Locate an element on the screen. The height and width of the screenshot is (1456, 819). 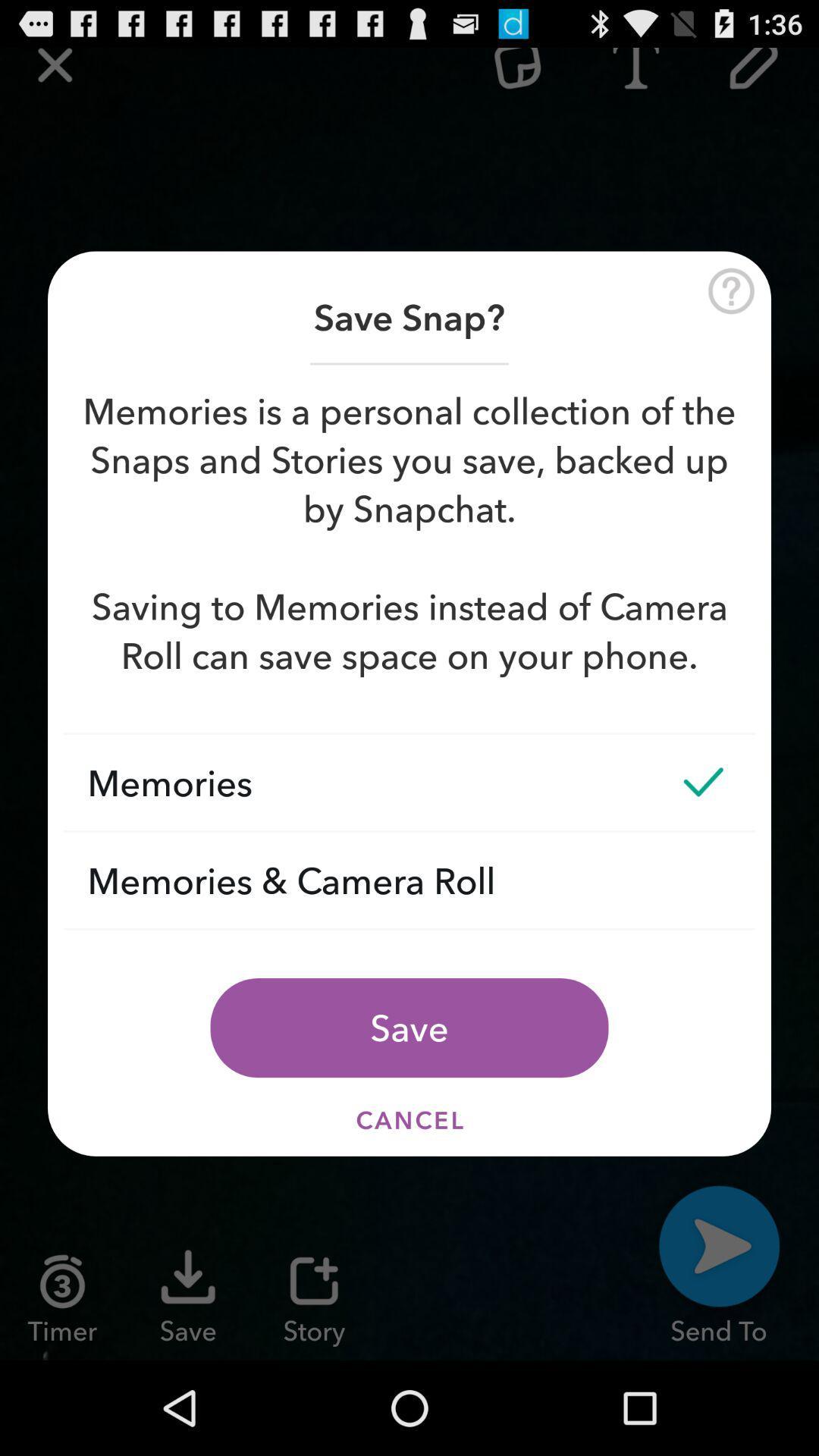
the cancel item is located at coordinates (409, 1120).